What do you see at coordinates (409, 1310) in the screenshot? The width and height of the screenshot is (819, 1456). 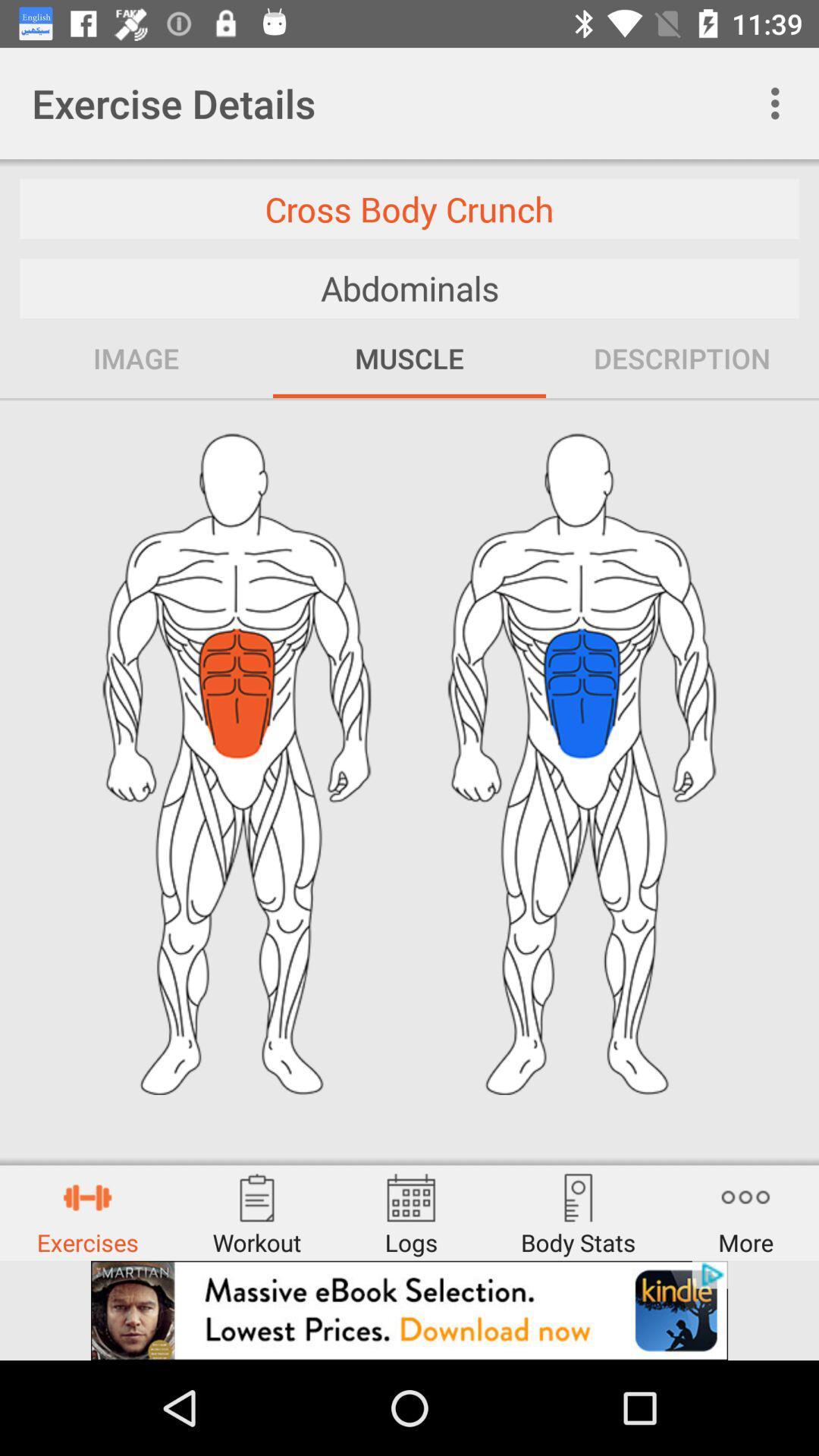 I see `see advertisement` at bounding box center [409, 1310].